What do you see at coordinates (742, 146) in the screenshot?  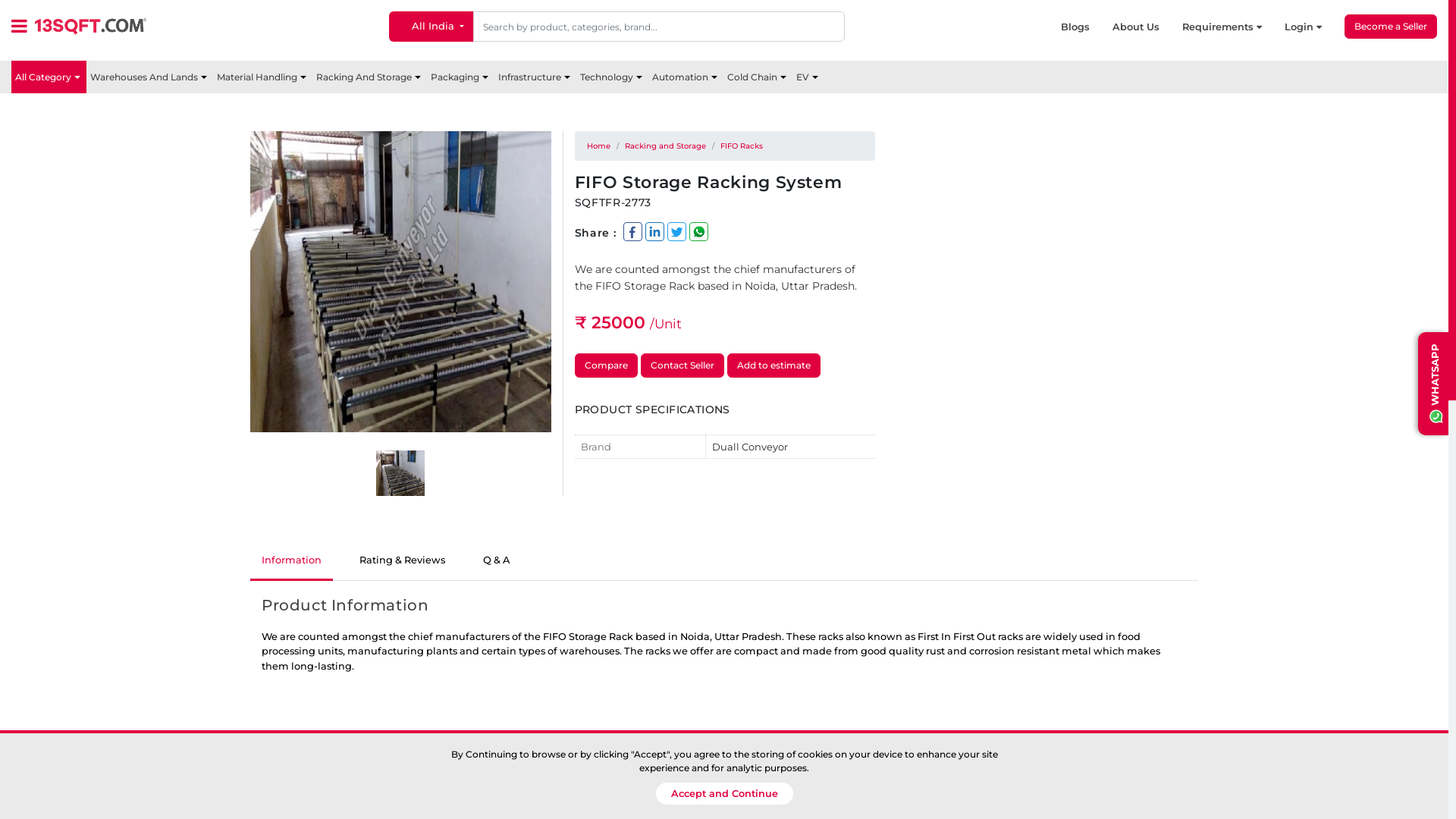 I see `'FIFO Racks'` at bounding box center [742, 146].